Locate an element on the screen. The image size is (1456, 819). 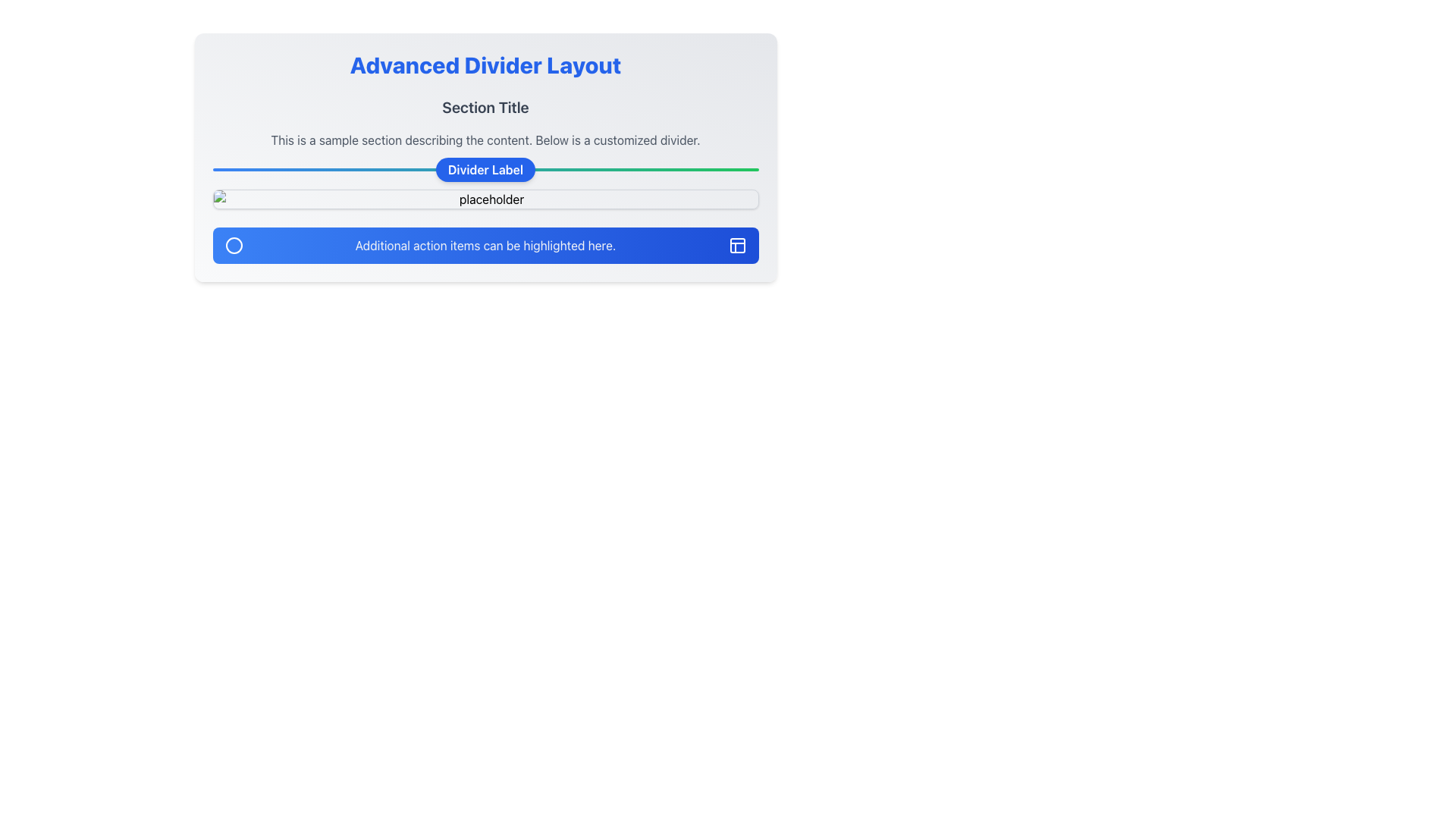
text of the Label that serves as a visual title for the section, positioned centrally above a horizontal divider line is located at coordinates (485, 169).